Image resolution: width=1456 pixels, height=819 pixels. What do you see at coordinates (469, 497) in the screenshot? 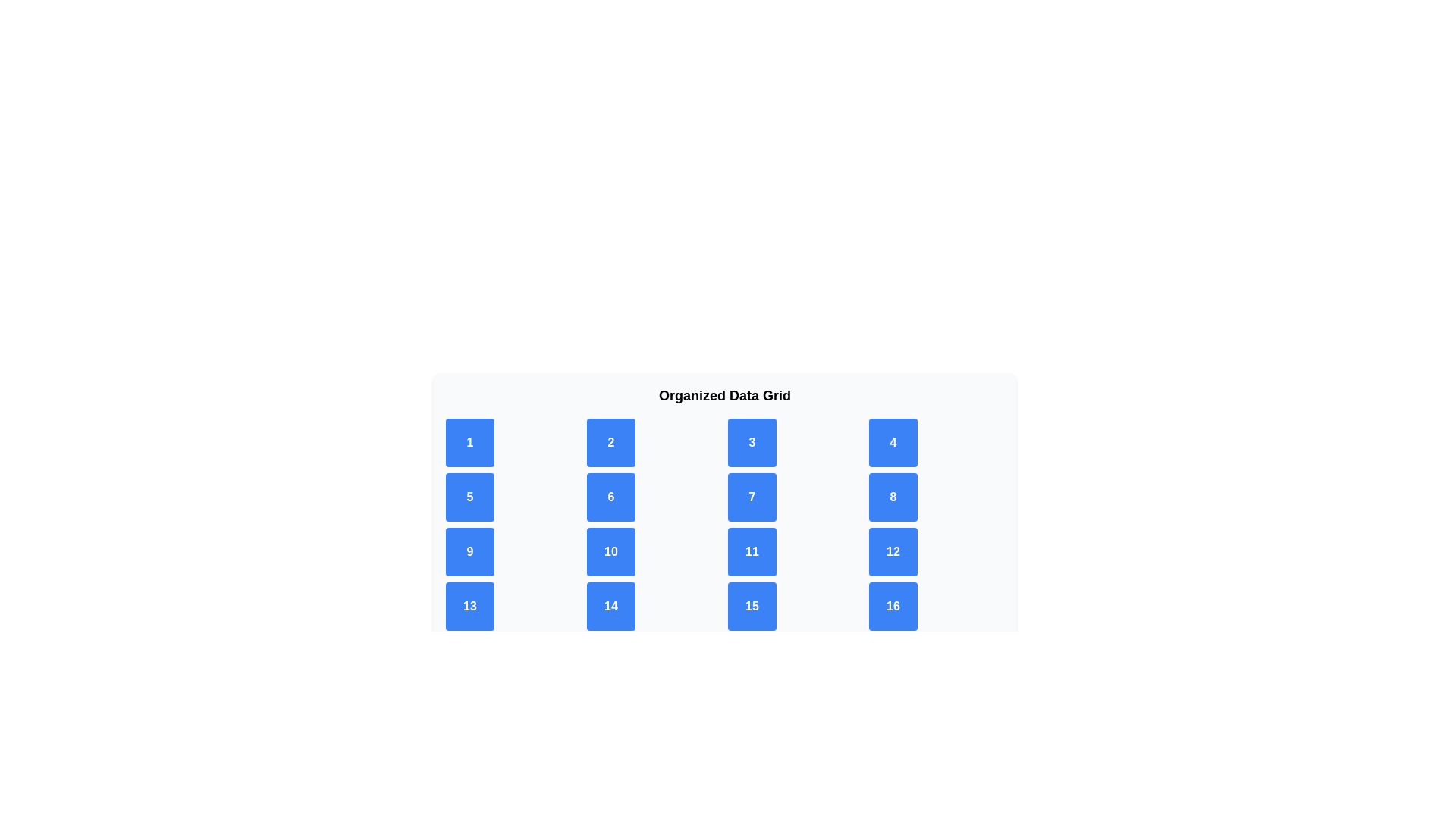
I see `the square button with a blue background and white text displaying the number '5', which is located in the second row and first column of a grid layout` at bounding box center [469, 497].